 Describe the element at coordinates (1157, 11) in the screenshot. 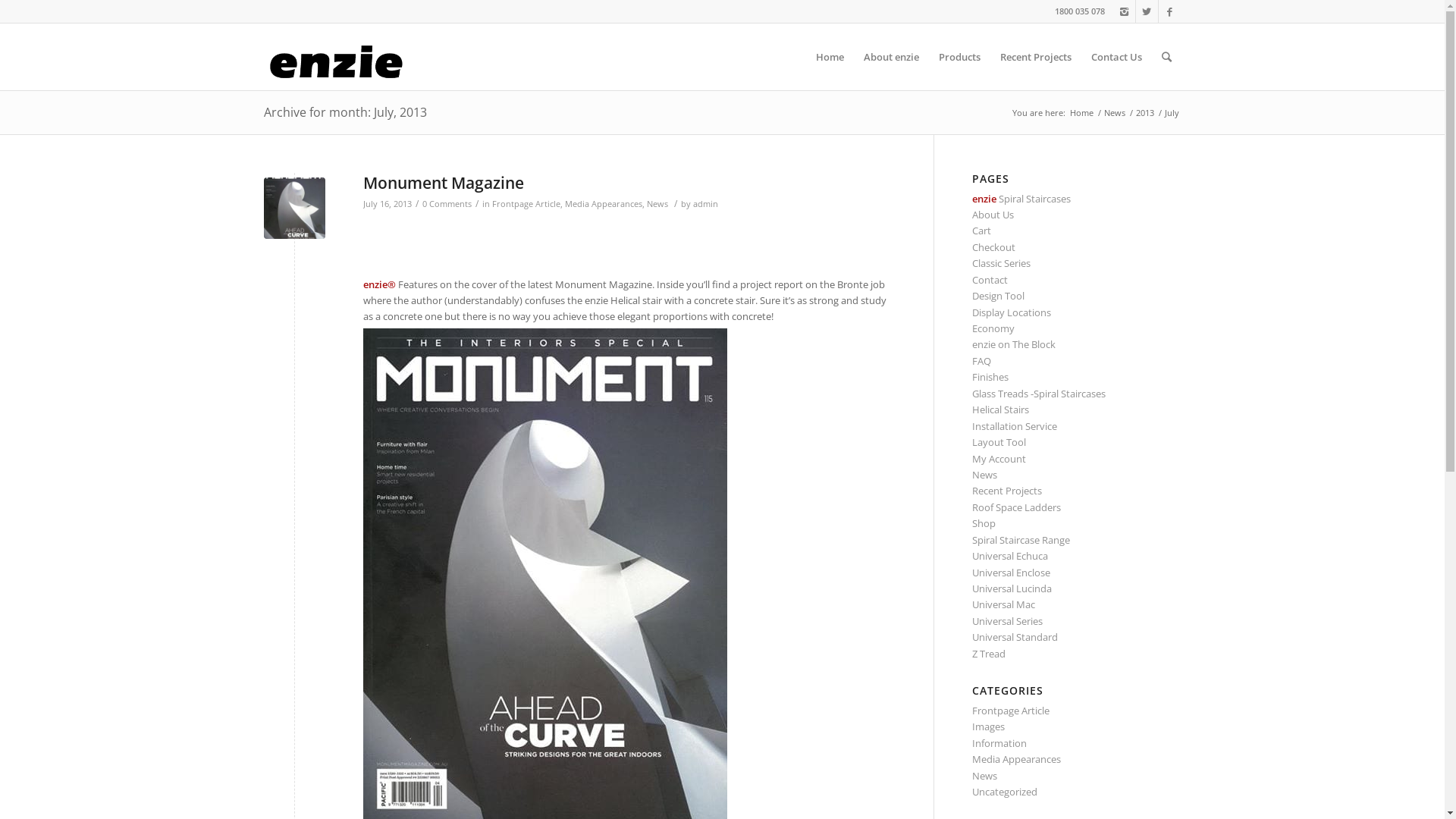

I see `'Facebook'` at that location.